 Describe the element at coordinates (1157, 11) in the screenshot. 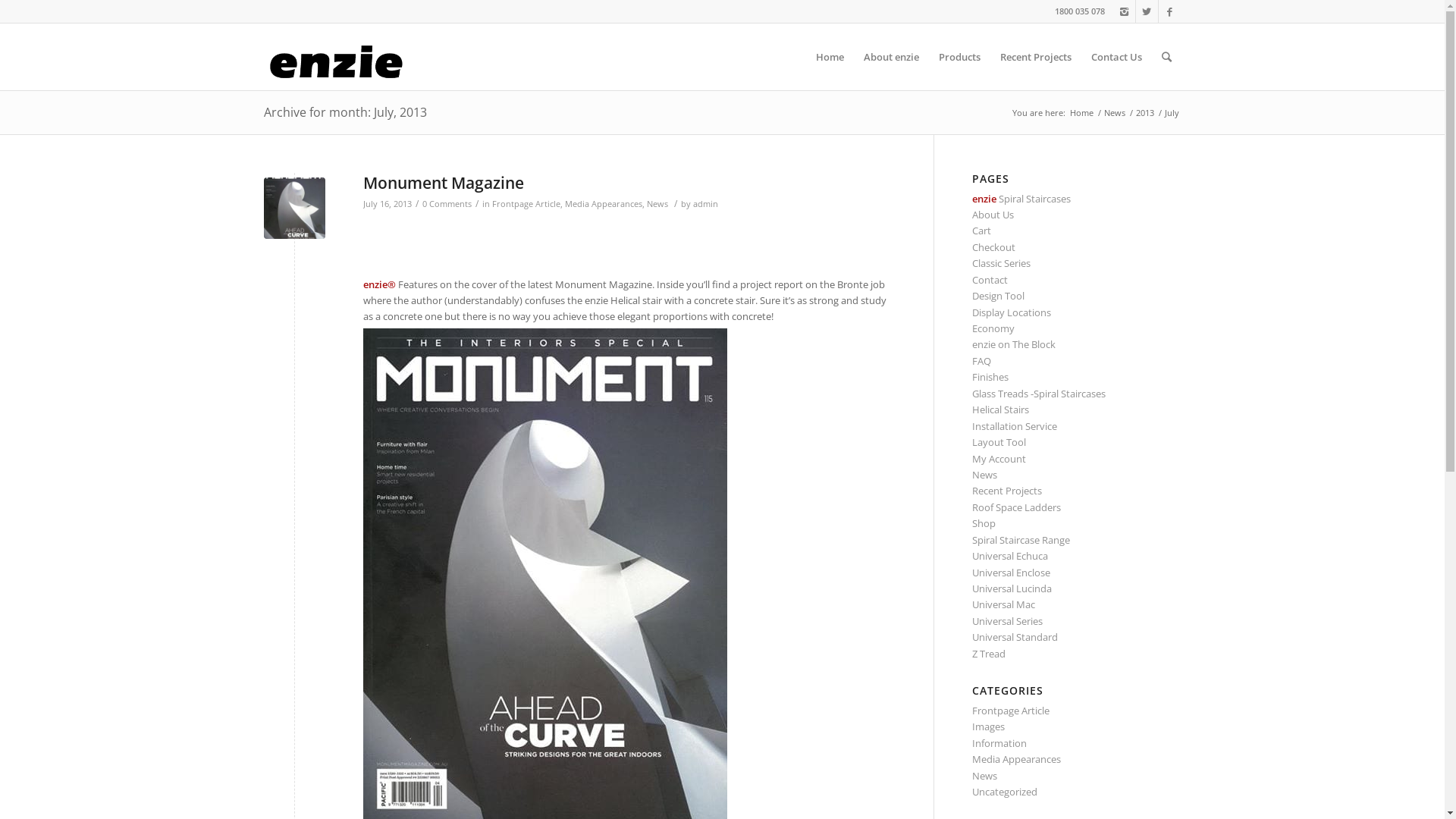

I see `'Facebook'` at that location.